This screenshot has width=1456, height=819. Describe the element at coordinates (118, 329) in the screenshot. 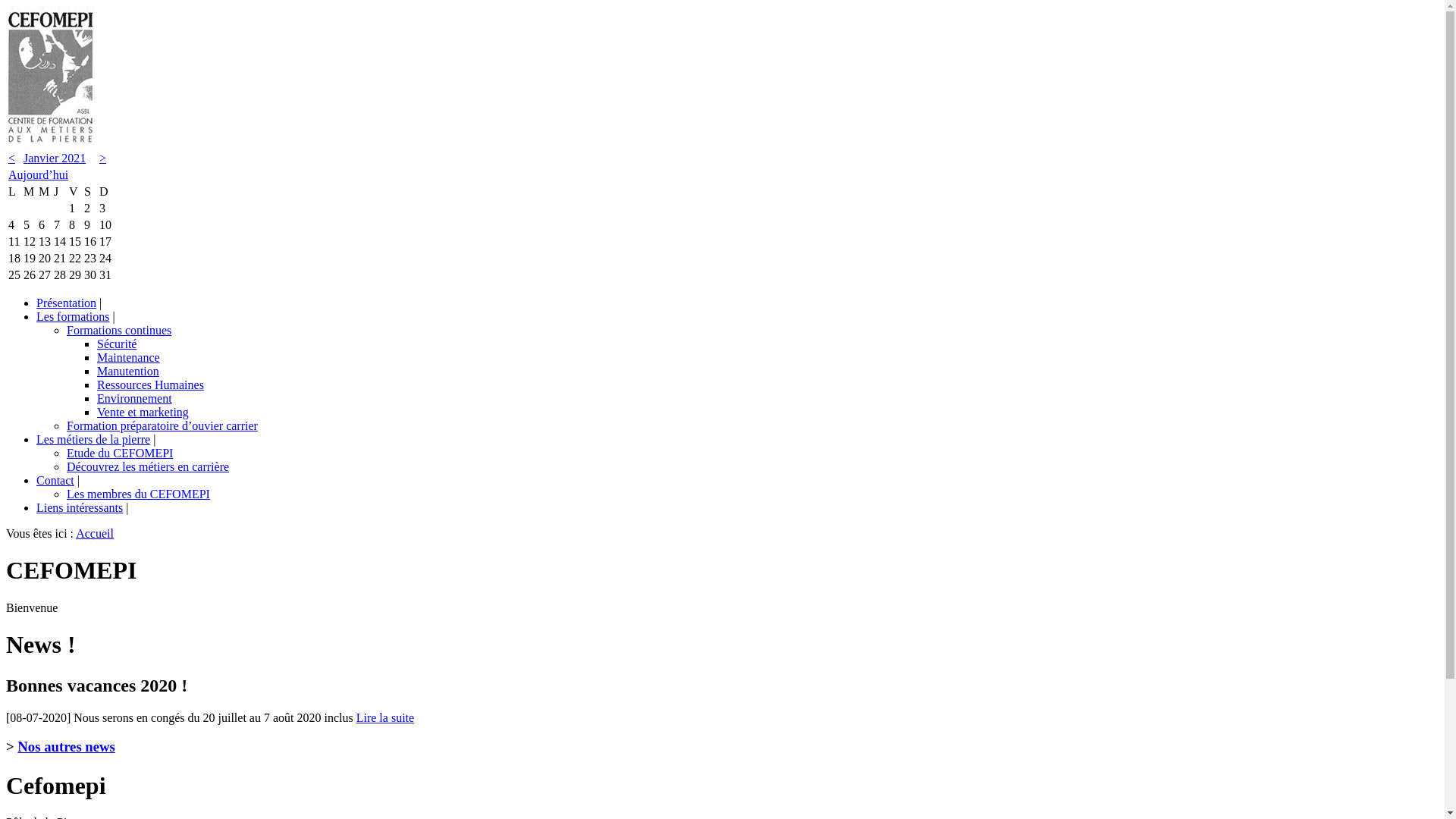

I see `'Formations continues'` at that location.